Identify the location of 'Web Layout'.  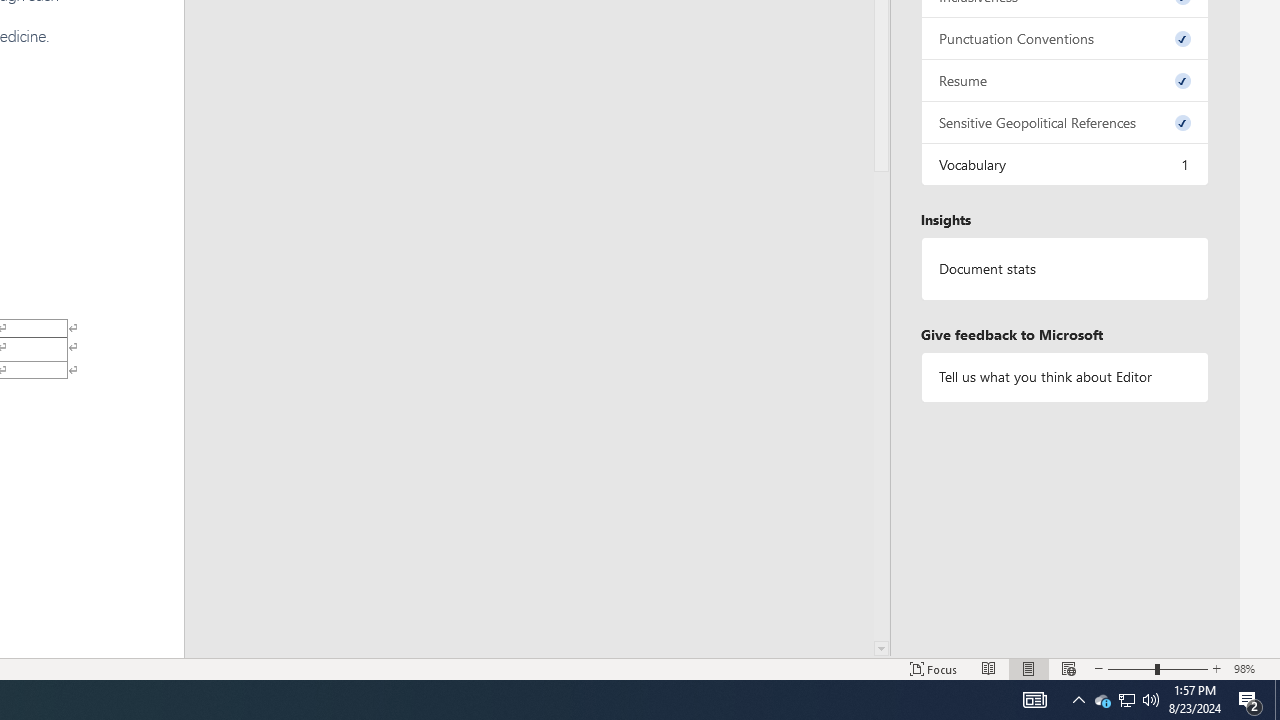
(1068, 669).